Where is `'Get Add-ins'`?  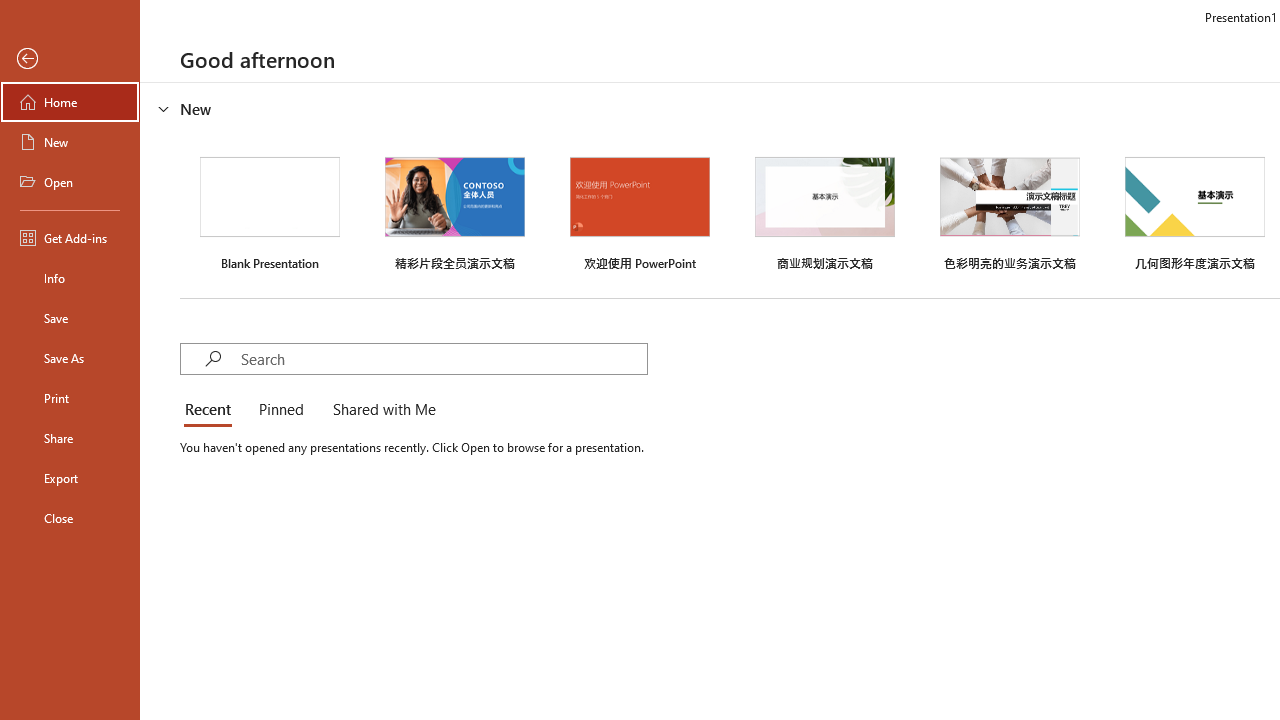
'Get Add-ins' is located at coordinates (69, 236).